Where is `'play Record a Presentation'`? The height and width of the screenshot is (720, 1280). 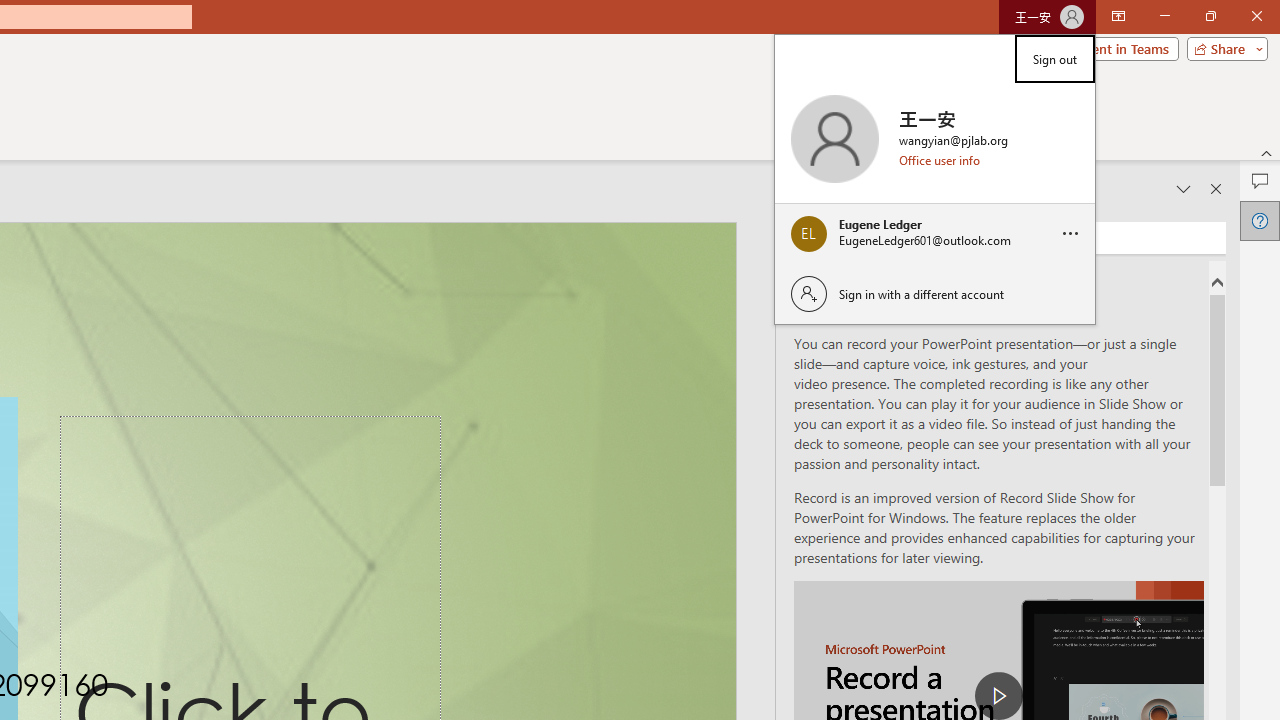 'play Record a Presentation' is located at coordinates (999, 694).